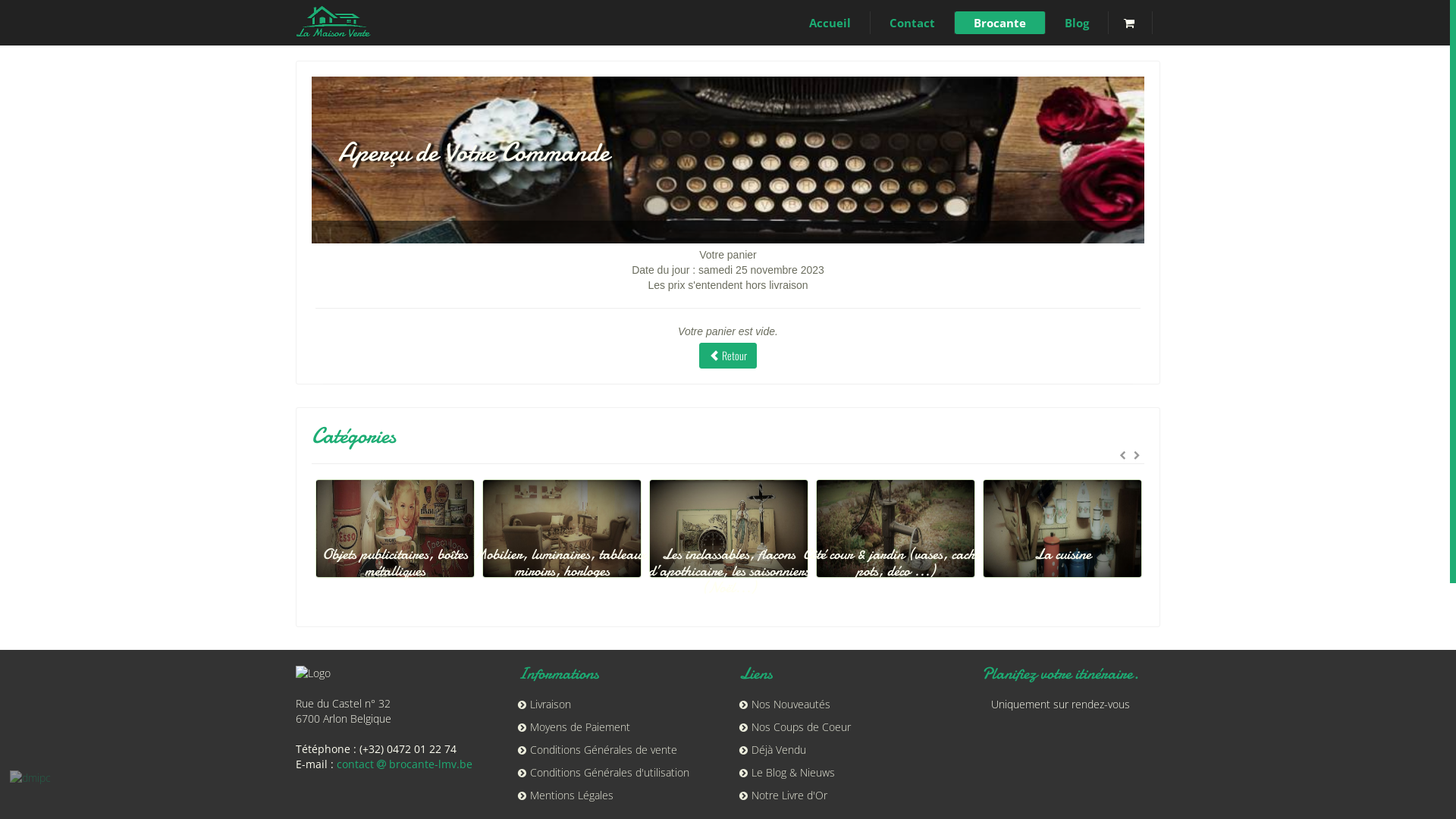 Image resolution: width=1456 pixels, height=819 pixels. I want to click on 'Contact', so click(912, 23).